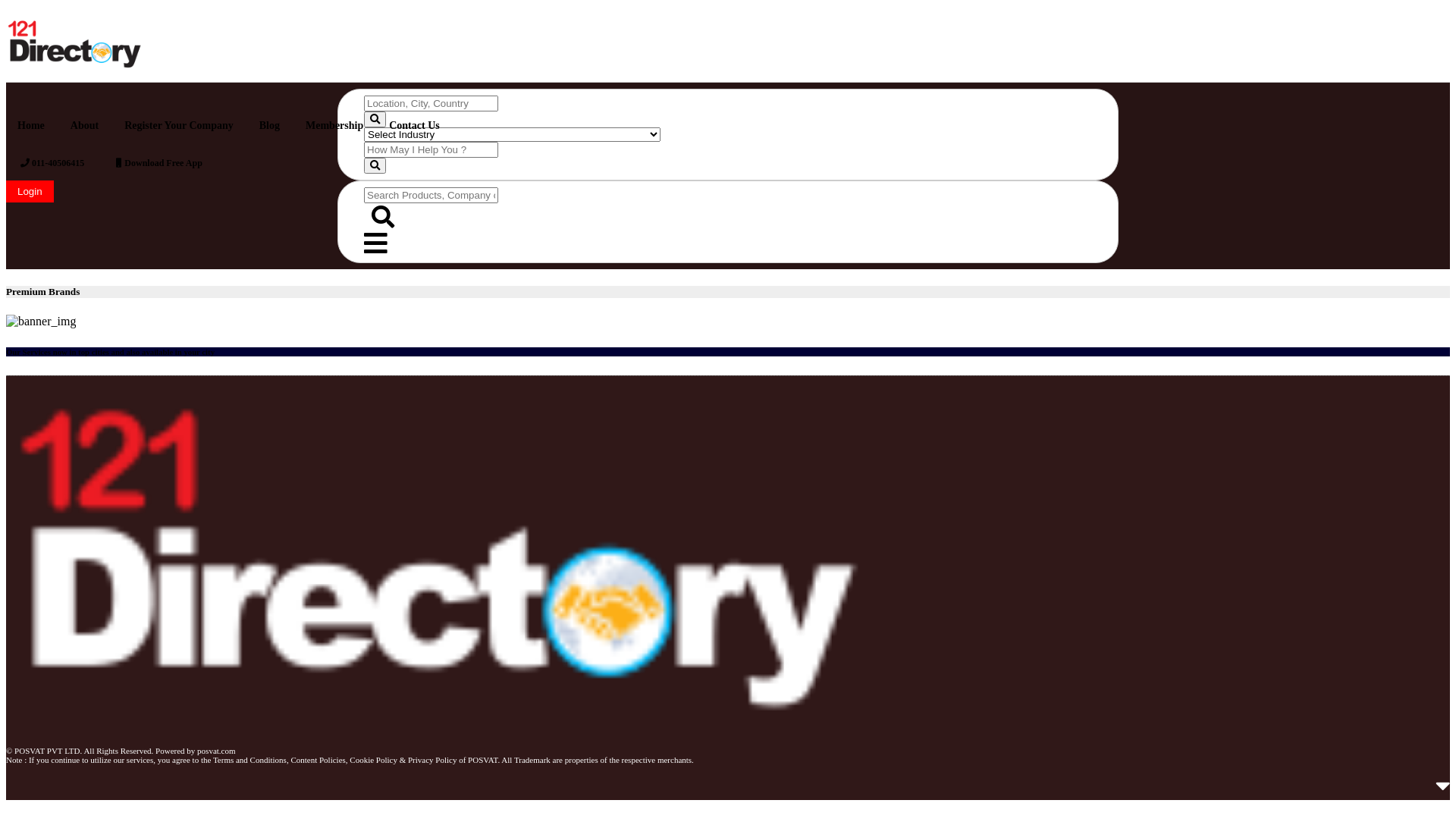 Image resolution: width=1456 pixels, height=819 pixels. I want to click on 'Membership', so click(298, 124).